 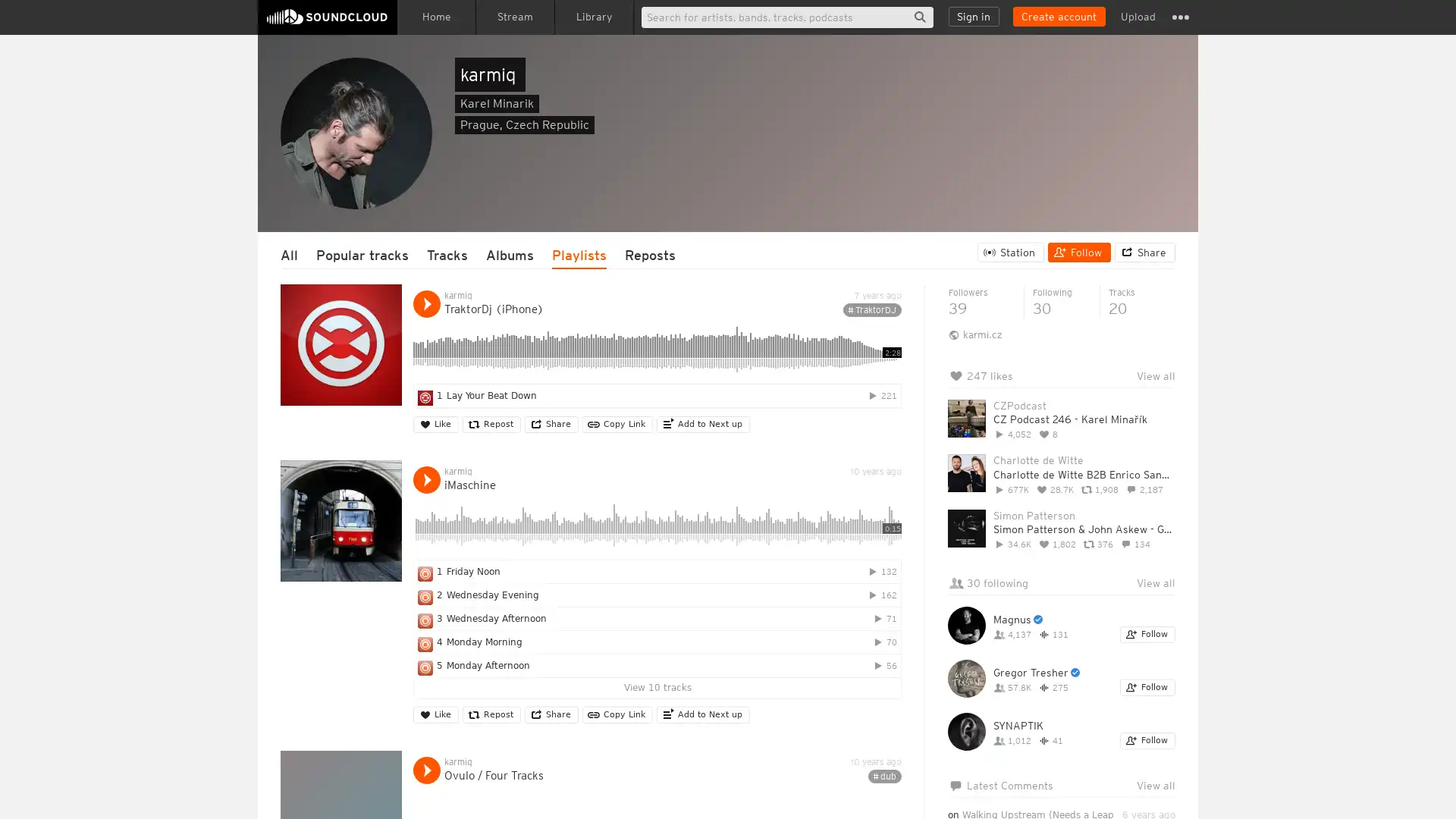 I want to click on Create a SoundCloud account, so click(x=1058, y=17).